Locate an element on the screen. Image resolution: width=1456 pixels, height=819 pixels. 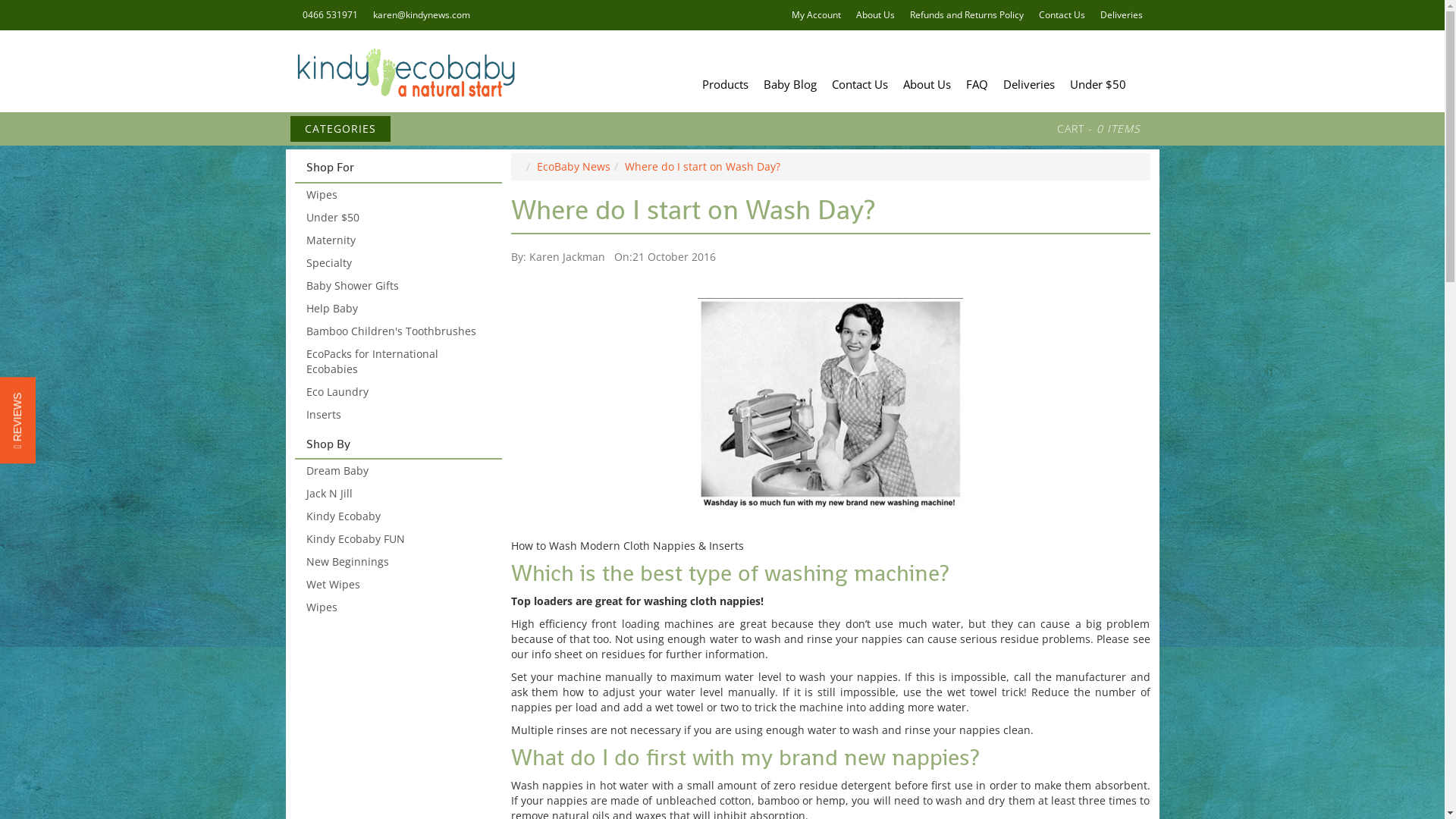
'0466 531971' is located at coordinates (328, 14).